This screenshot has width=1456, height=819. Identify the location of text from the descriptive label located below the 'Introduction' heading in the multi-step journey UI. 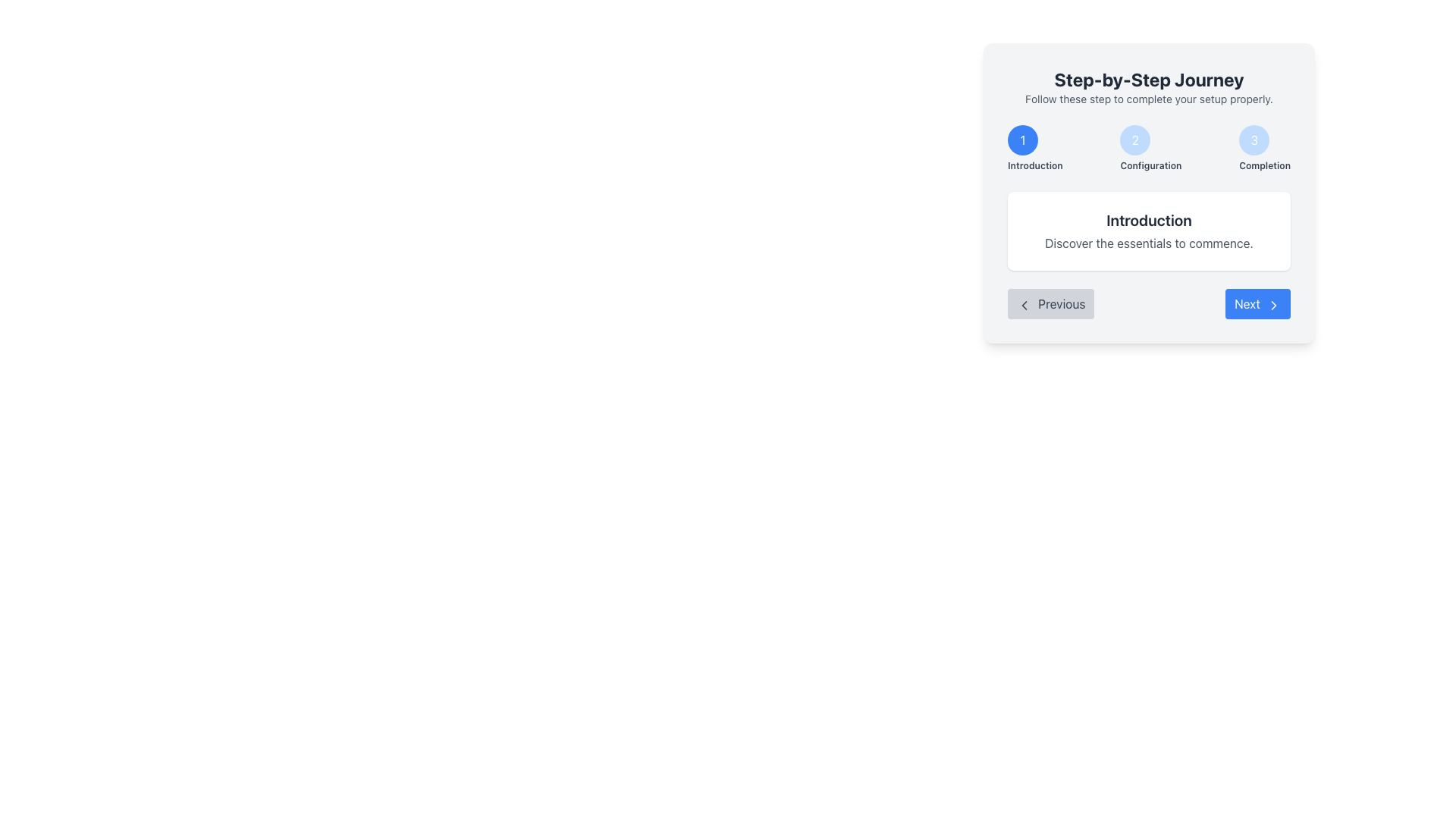
(1149, 242).